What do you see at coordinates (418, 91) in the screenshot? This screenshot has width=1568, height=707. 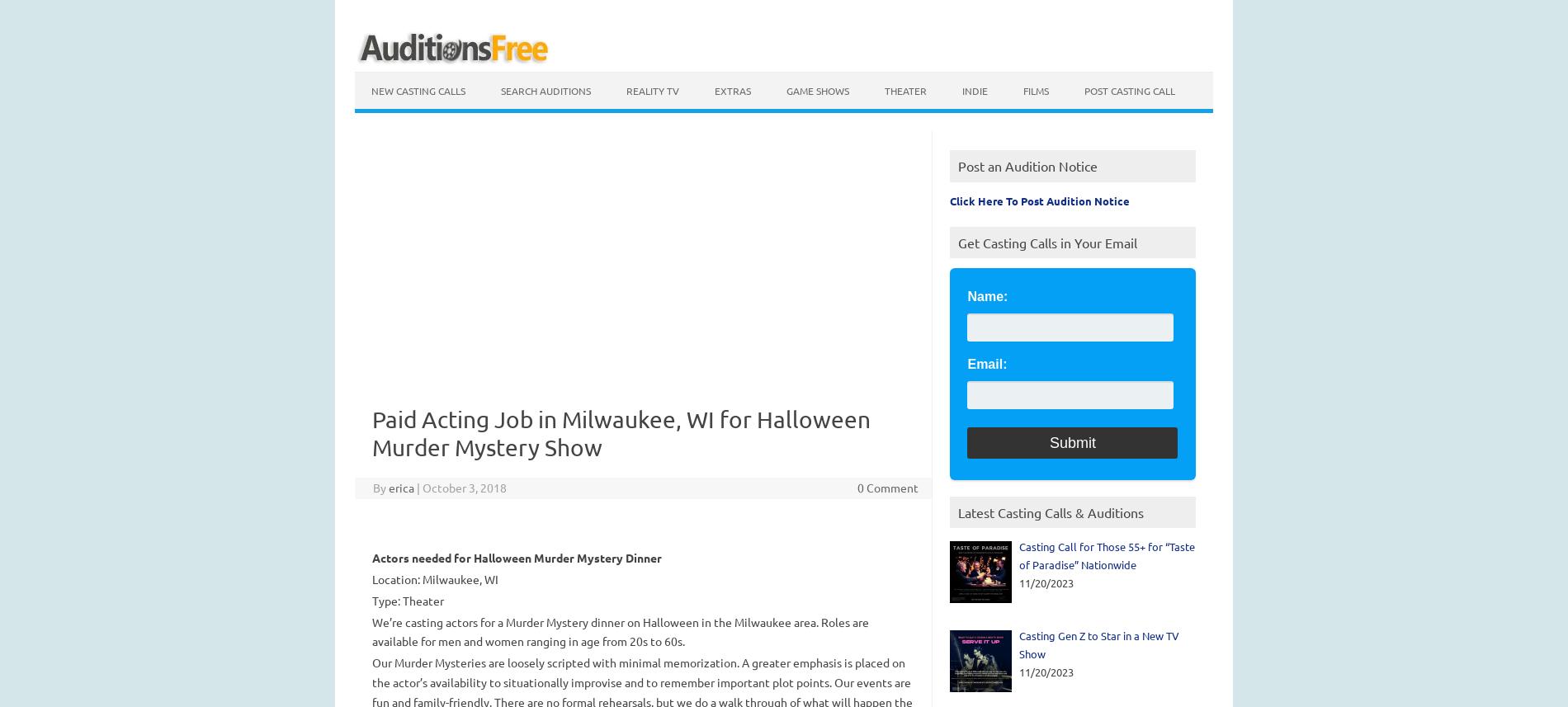 I see `'New Casting calls'` at bounding box center [418, 91].